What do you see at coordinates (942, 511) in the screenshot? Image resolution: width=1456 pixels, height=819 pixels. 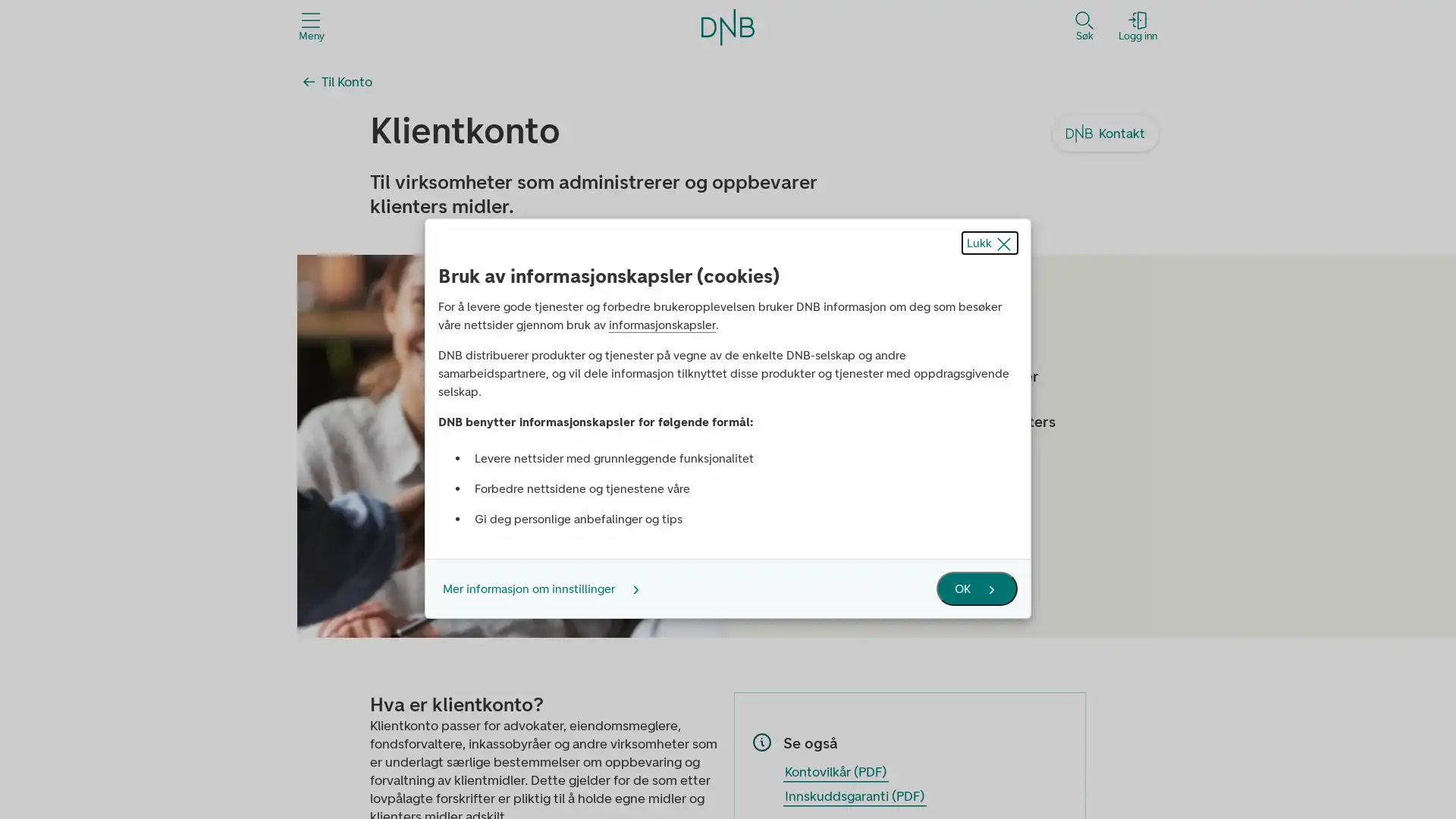 I see `Apne klientkonto` at bounding box center [942, 511].